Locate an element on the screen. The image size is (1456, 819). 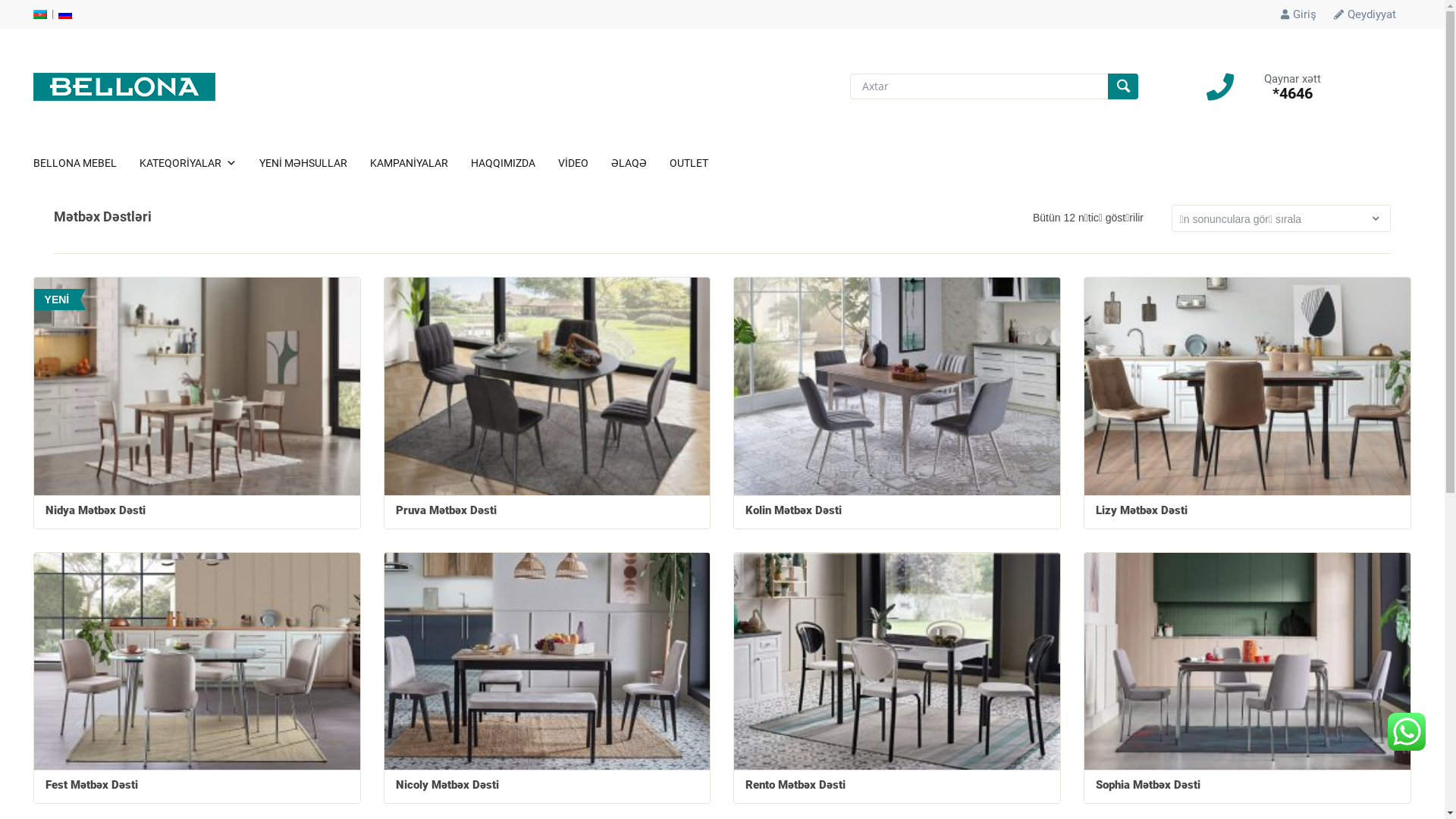
'Qeydiyyat' is located at coordinates (1365, 14).